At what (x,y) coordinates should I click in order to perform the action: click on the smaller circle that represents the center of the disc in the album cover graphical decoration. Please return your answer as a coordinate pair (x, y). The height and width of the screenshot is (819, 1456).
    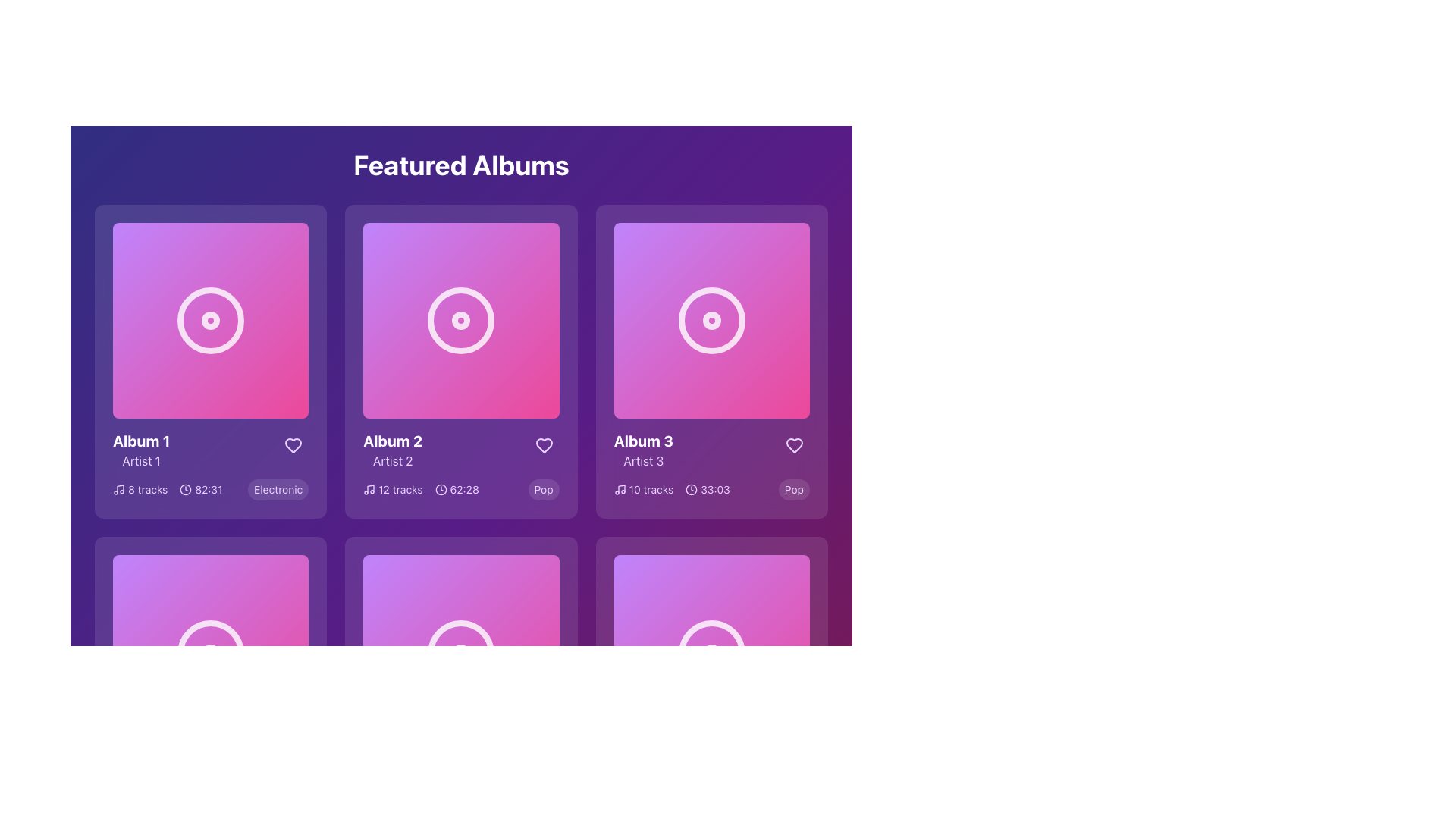
    Looking at the image, I should click on (711, 652).